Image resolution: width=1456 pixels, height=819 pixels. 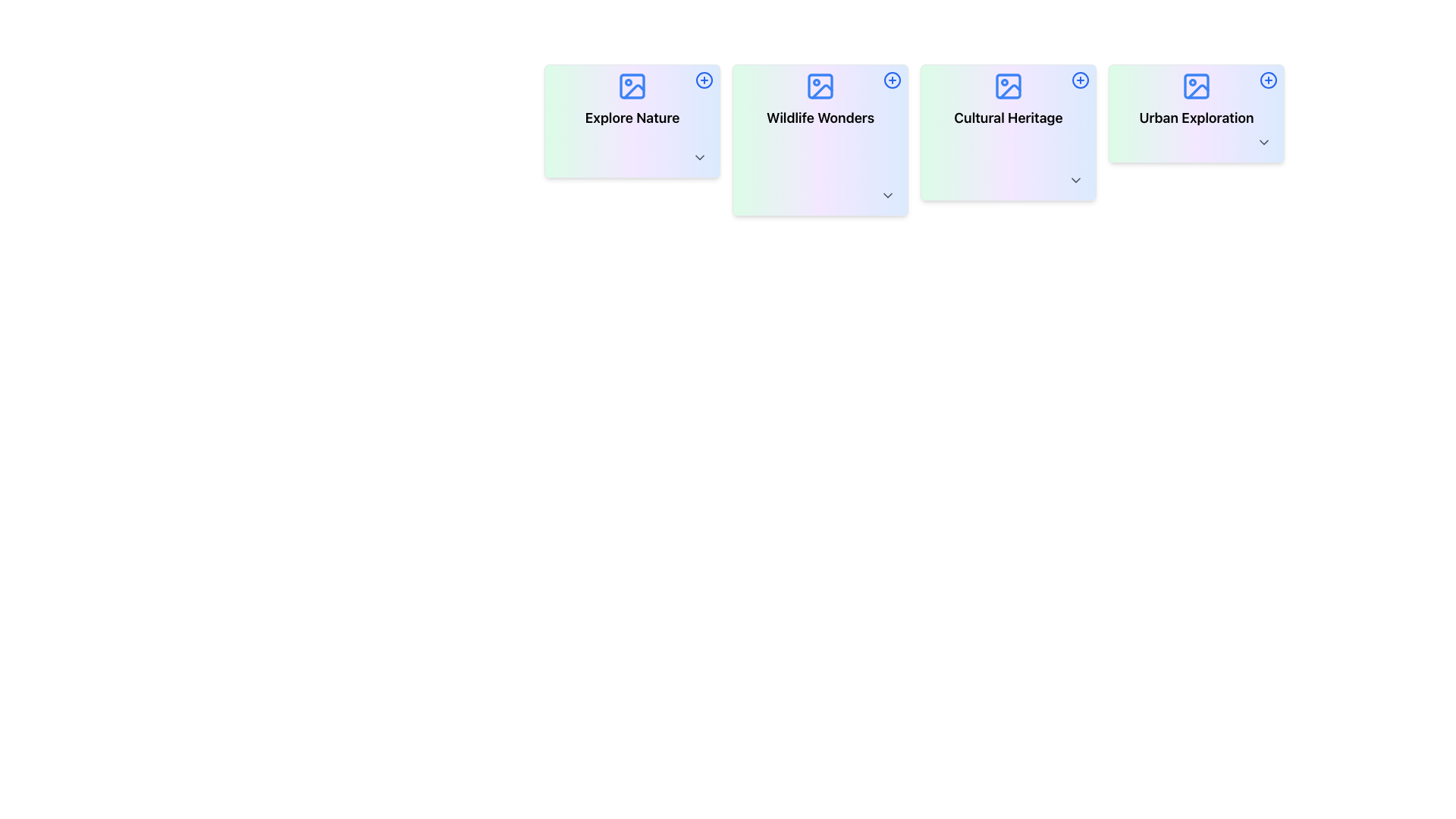 What do you see at coordinates (632, 86) in the screenshot?
I see `the blue SVG-based icon representing an image or scene, located inside the 'Explore Nature' card at the top center section` at bounding box center [632, 86].